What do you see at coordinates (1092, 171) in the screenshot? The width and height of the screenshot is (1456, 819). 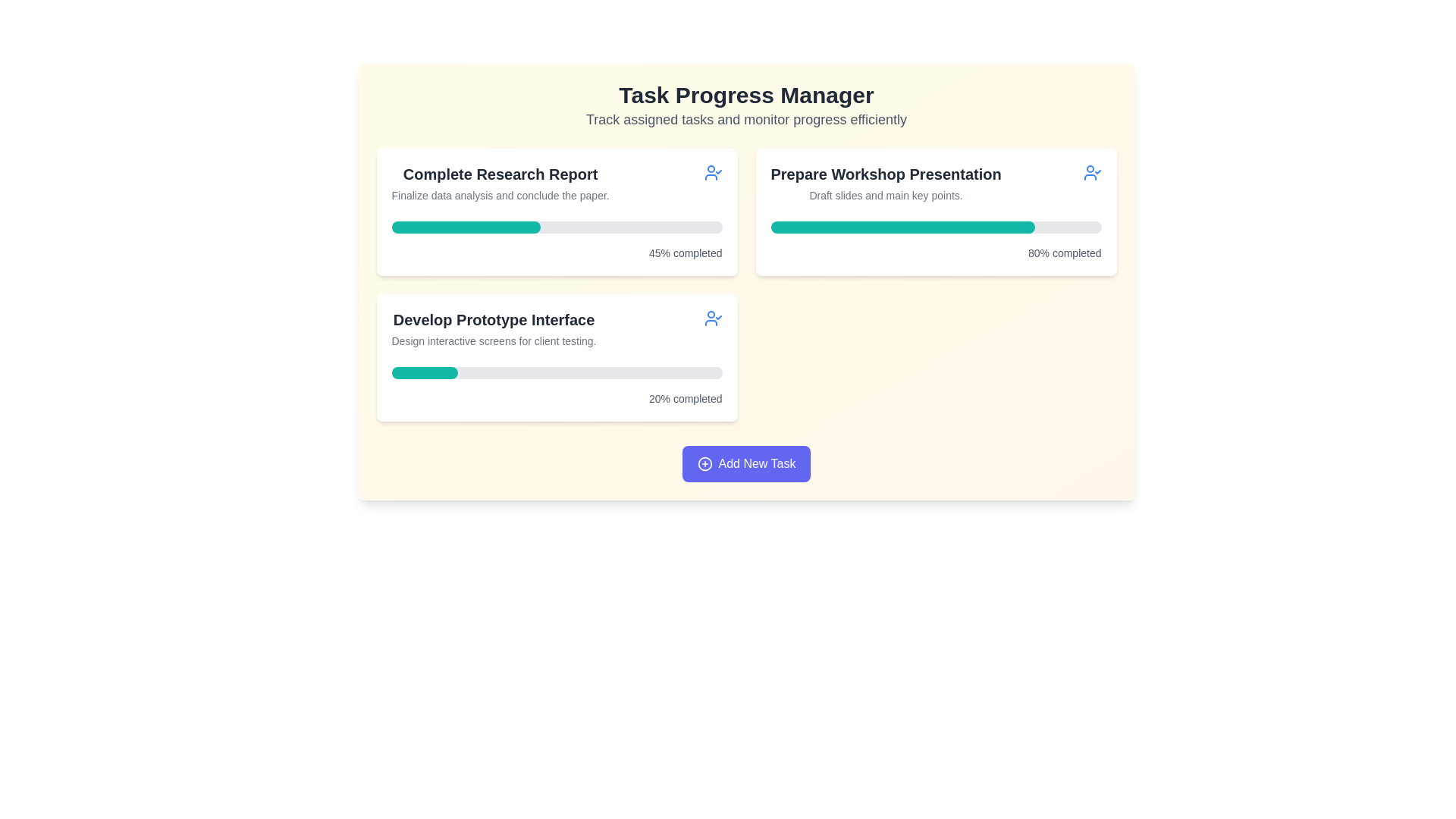 I see `the user-related status icon located at the top right corner of the 'Prepare Workshop Presentation' card, adjacent to the title and progress bar` at bounding box center [1092, 171].